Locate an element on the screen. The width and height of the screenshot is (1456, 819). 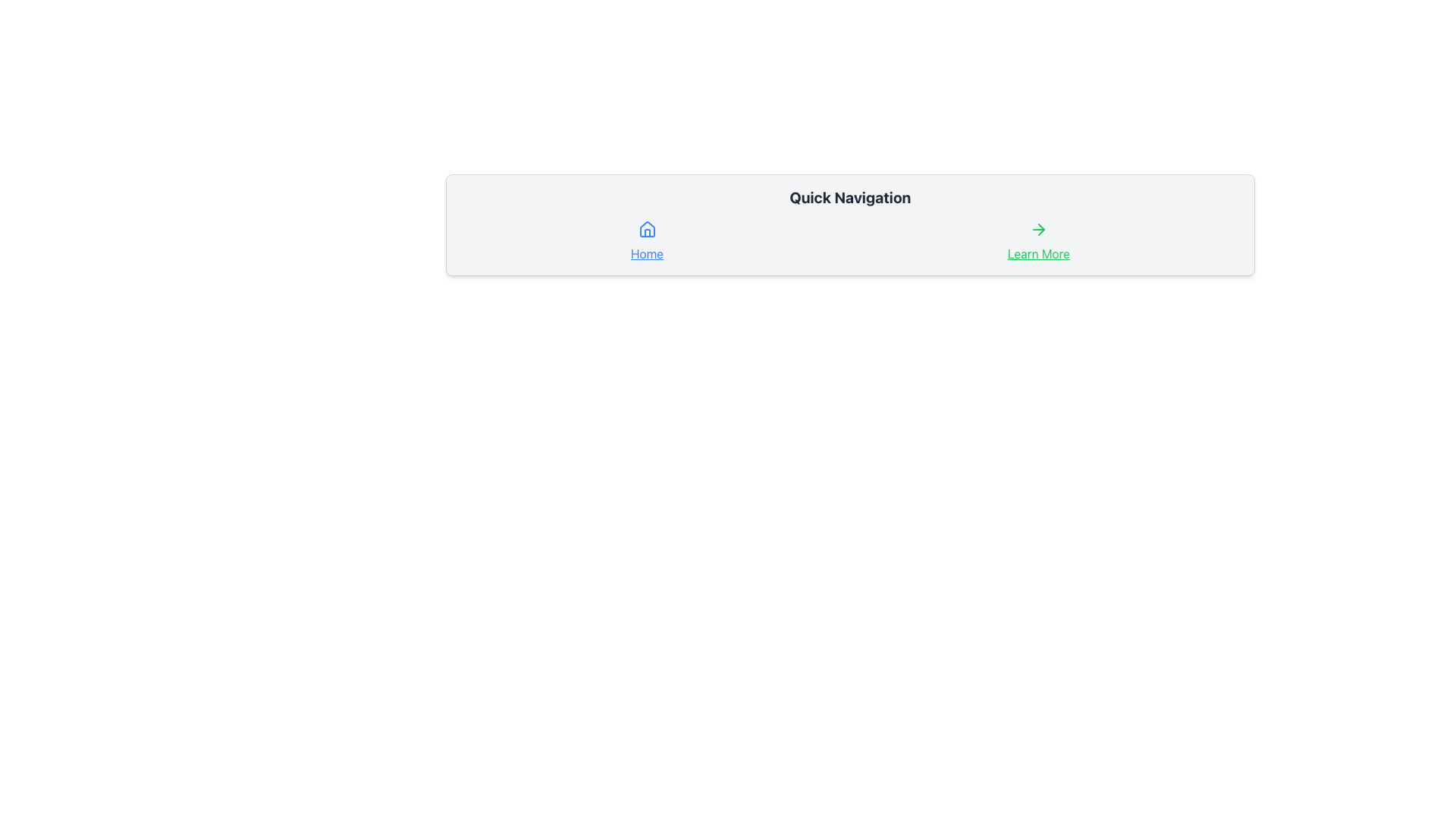
the navigational link represented by the blue outlined house icon and the blue underlined text label 'Home' is located at coordinates (647, 241).